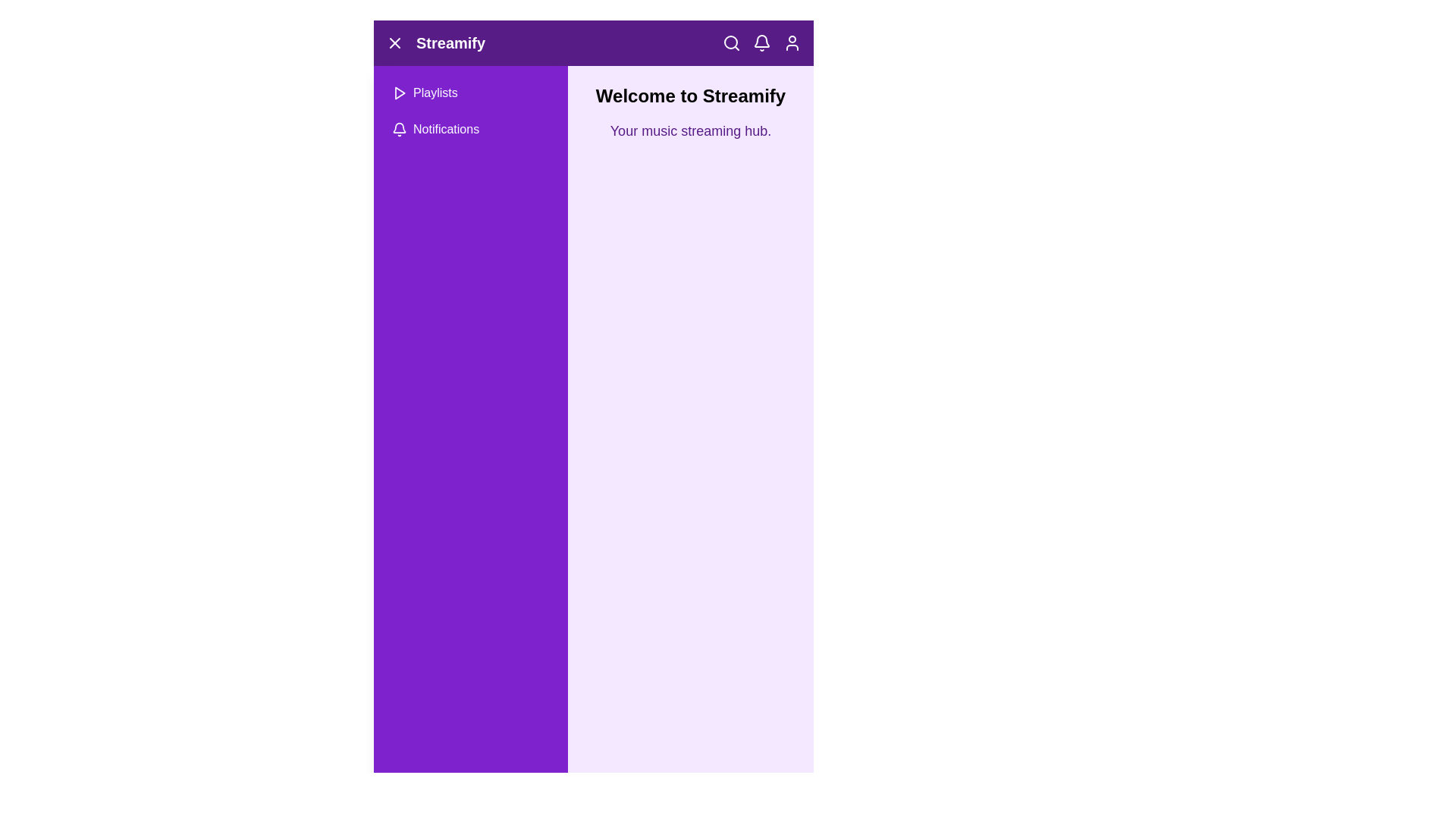 This screenshot has width=1456, height=819. Describe the element at coordinates (761, 42) in the screenshot. I see `the bell-shaped icon button located in the top-right corner of the application interface` at that location.